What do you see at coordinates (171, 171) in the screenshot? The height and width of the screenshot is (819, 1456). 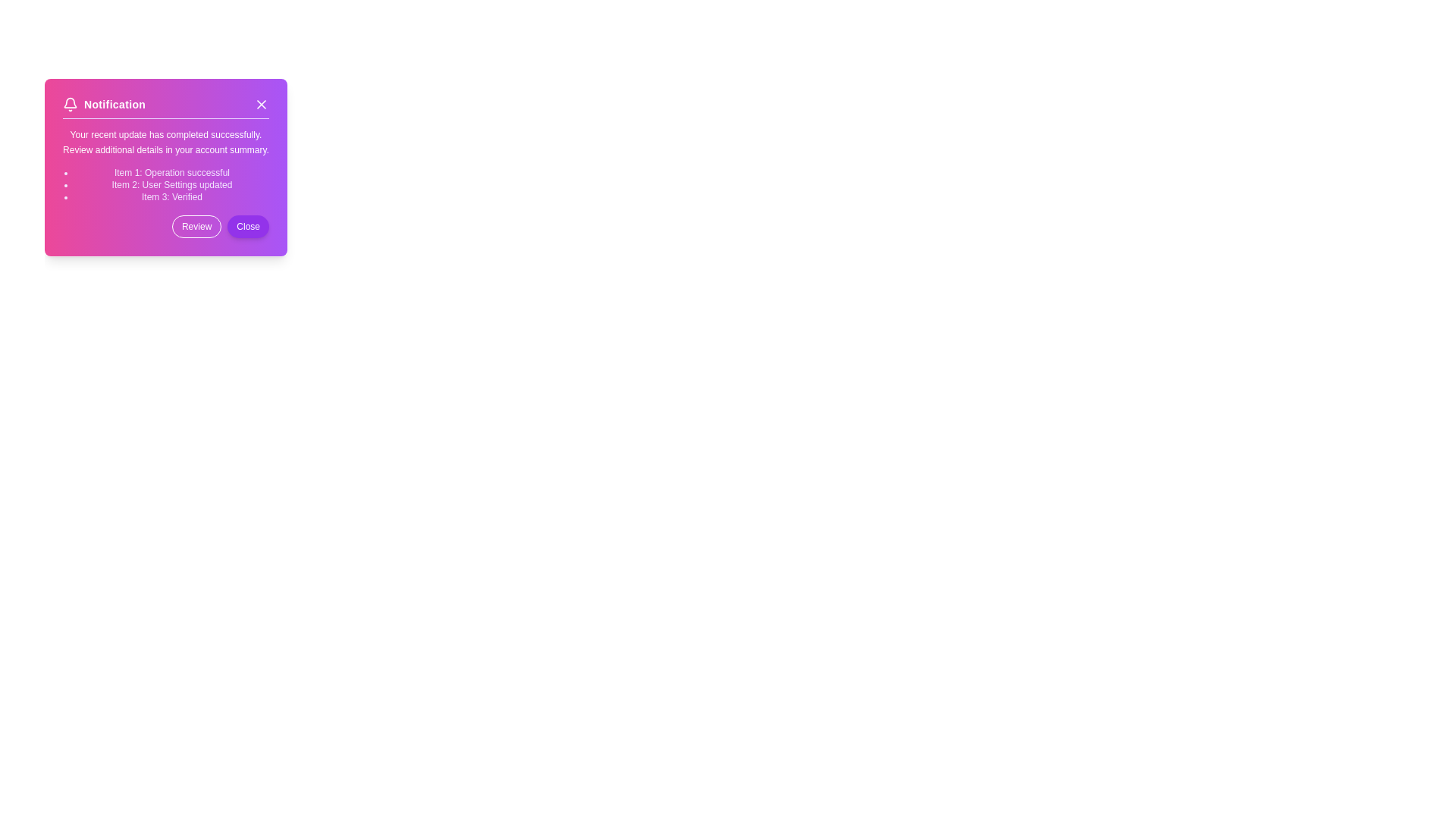 I see `the text snippet that reads 'Item 1: Operation successful' in the notification panel, which is the first item in a bulleted list under the title 'Notification'` at bounding box center [171, 171].